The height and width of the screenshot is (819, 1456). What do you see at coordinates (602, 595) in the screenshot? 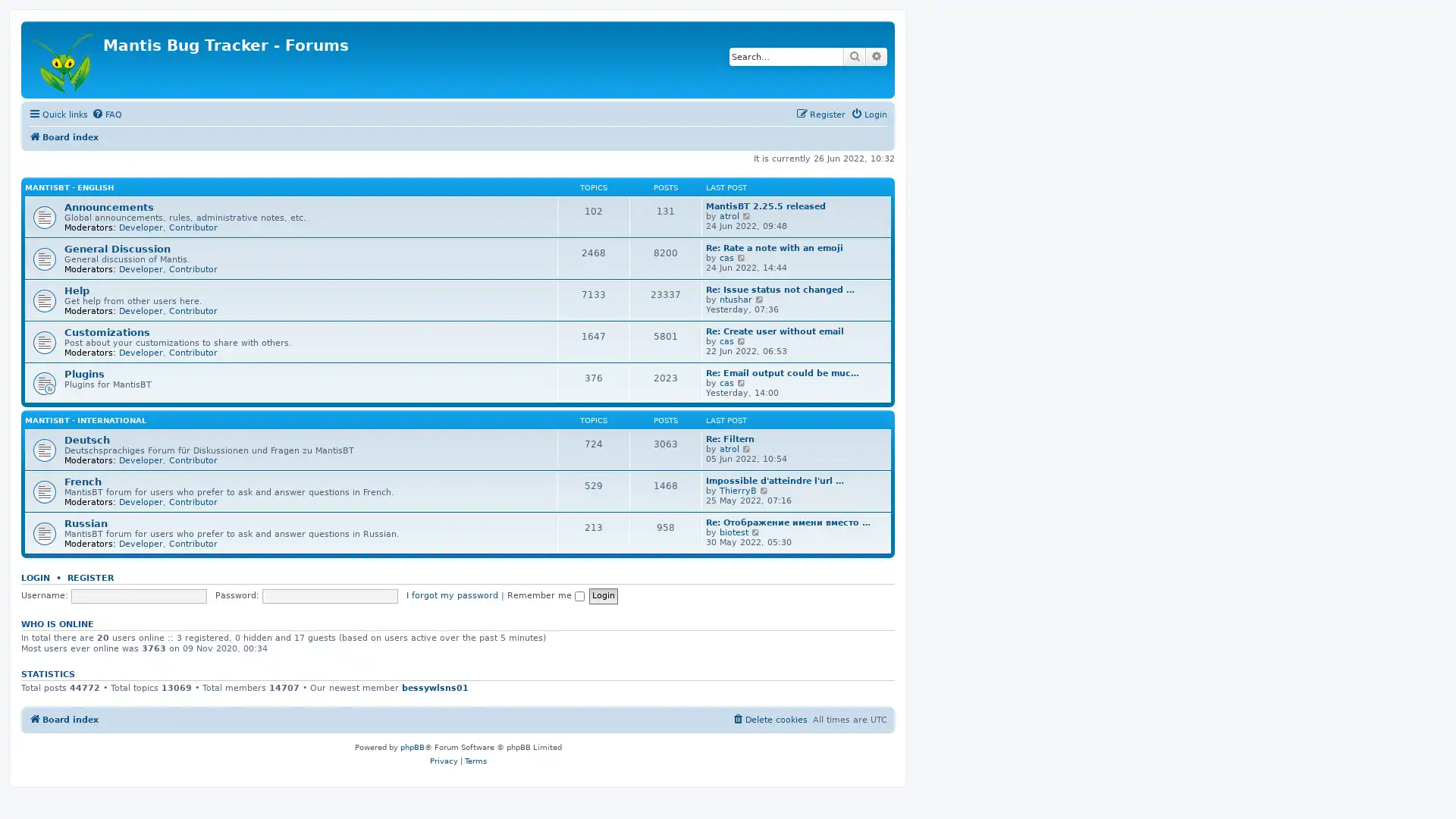
I see `Login` at bounding box center [602, 595].